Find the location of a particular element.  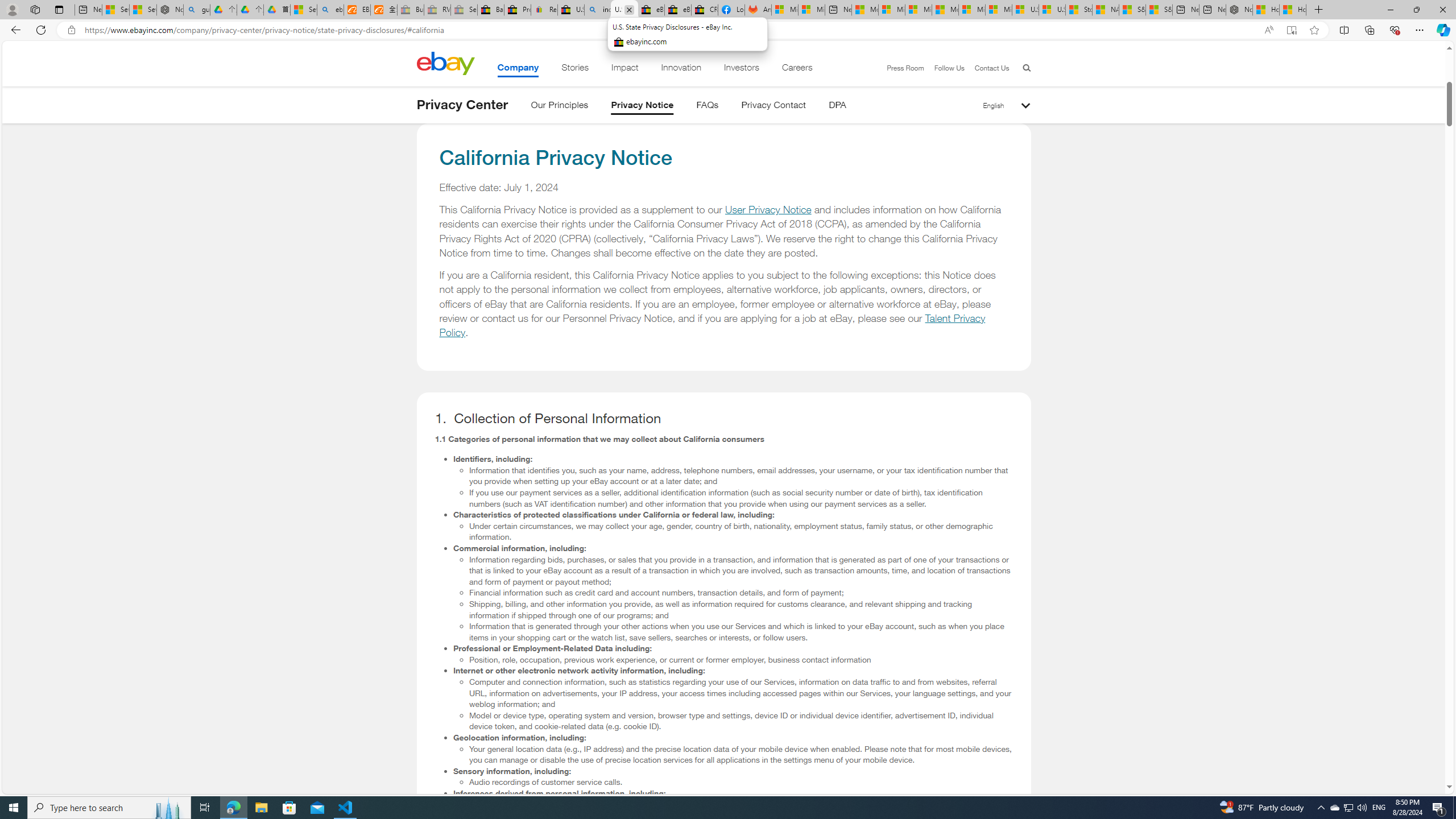

'U.S. State Privacy Disclosures - eBay Inc.' is located at coordinates (623, 9).